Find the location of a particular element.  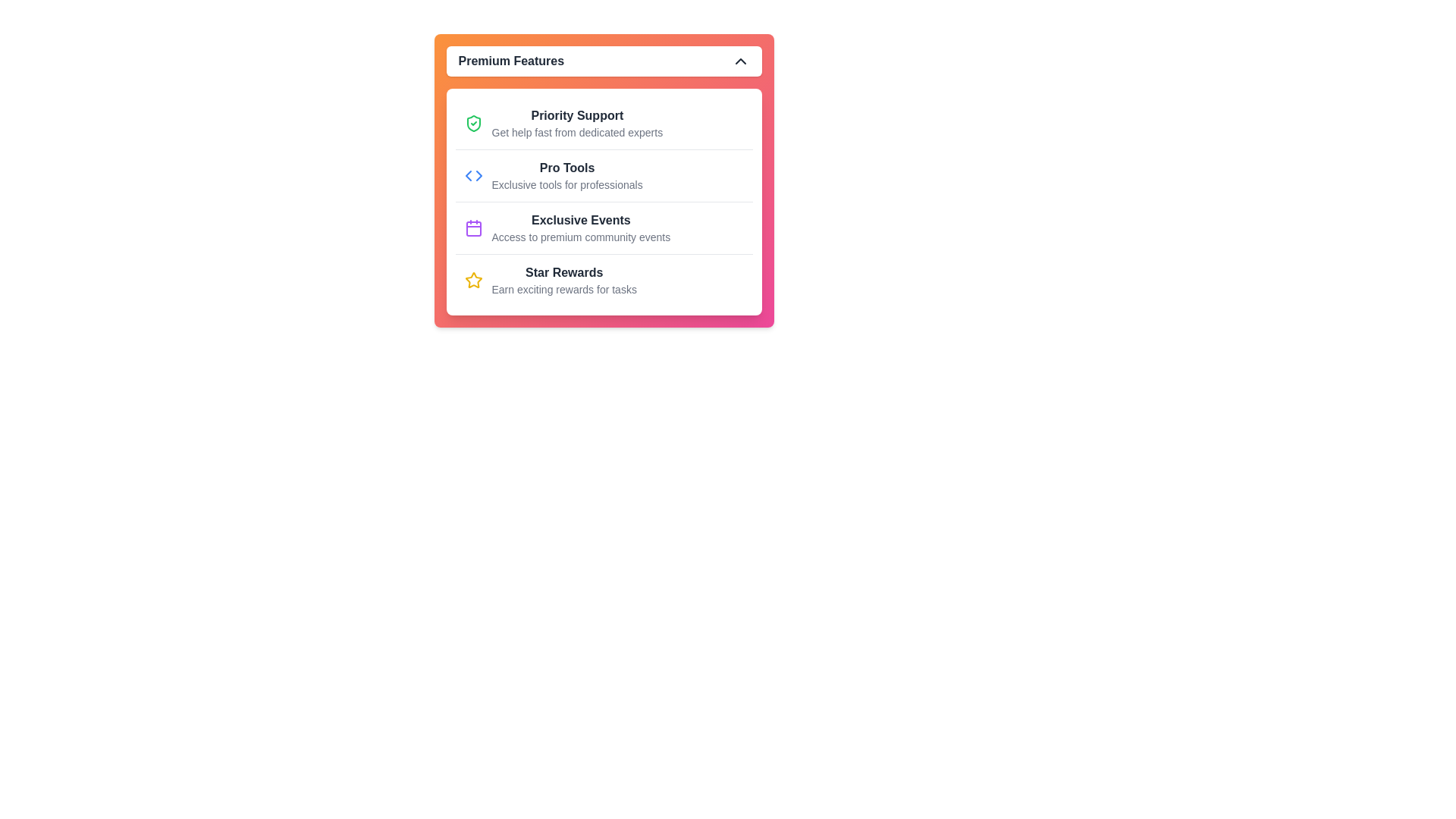

text content of the 'Exclusive Events' label, which is styled in bold dark gray and is part of the 'Premium Features' section is located at coordinates (580, 220).